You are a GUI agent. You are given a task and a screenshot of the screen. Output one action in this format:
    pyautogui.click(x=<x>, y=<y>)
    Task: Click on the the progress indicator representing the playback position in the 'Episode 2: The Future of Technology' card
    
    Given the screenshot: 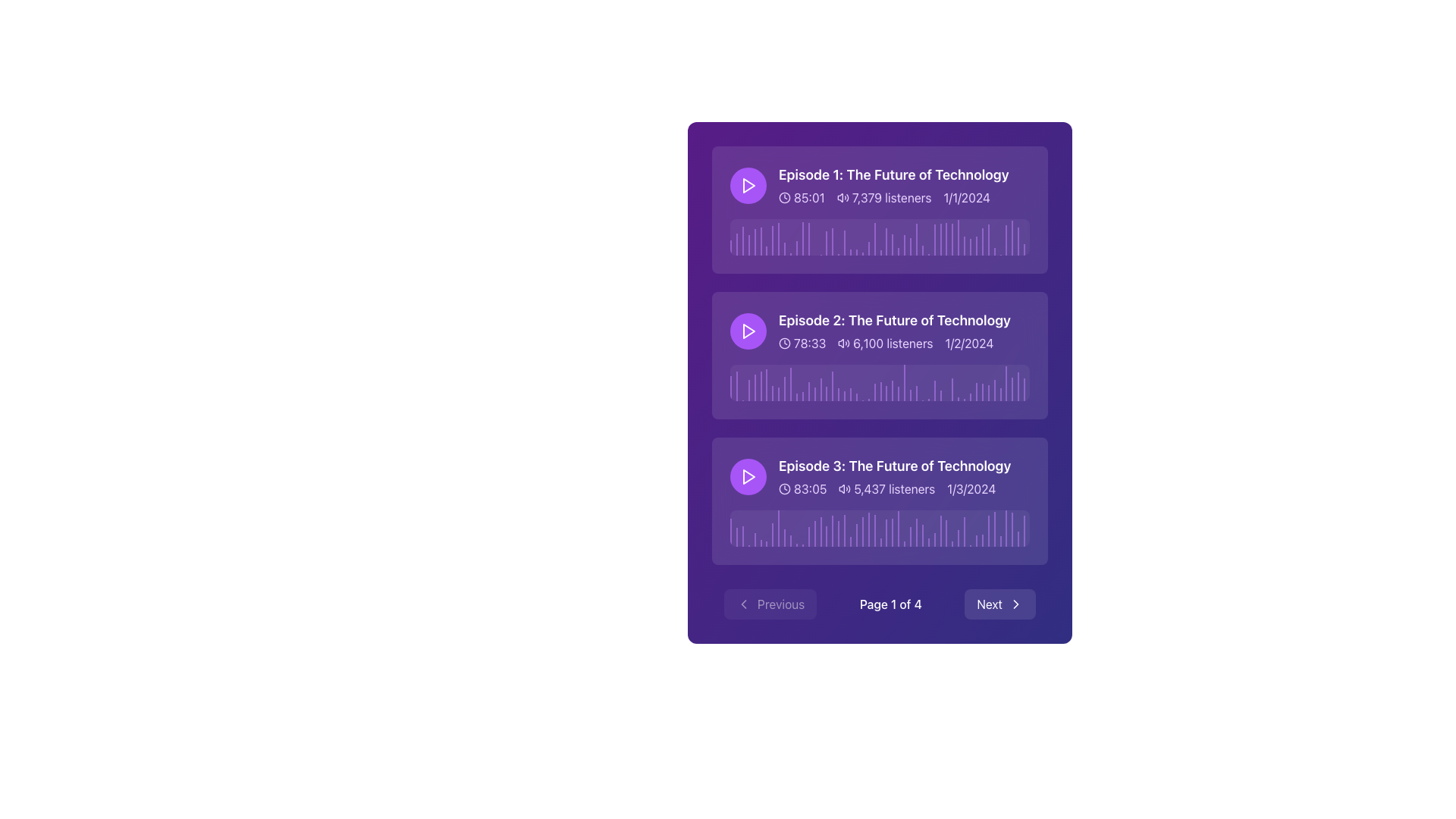 What is the action you would take?
    pyautogui.click(x=1025, y=389)
    